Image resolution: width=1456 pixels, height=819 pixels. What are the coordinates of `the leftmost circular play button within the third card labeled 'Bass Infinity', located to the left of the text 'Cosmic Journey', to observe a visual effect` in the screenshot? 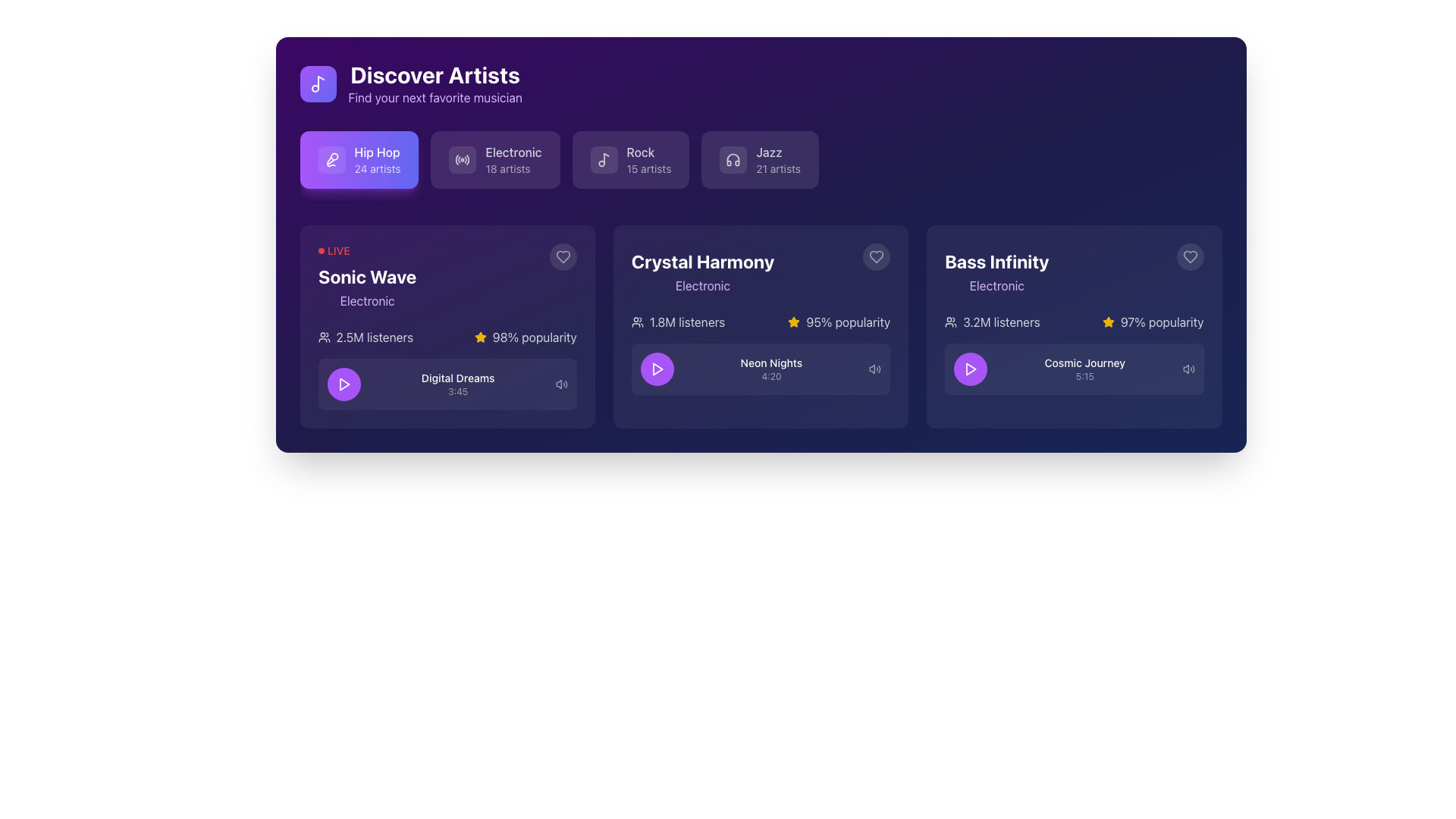 It's located at (971, 369).